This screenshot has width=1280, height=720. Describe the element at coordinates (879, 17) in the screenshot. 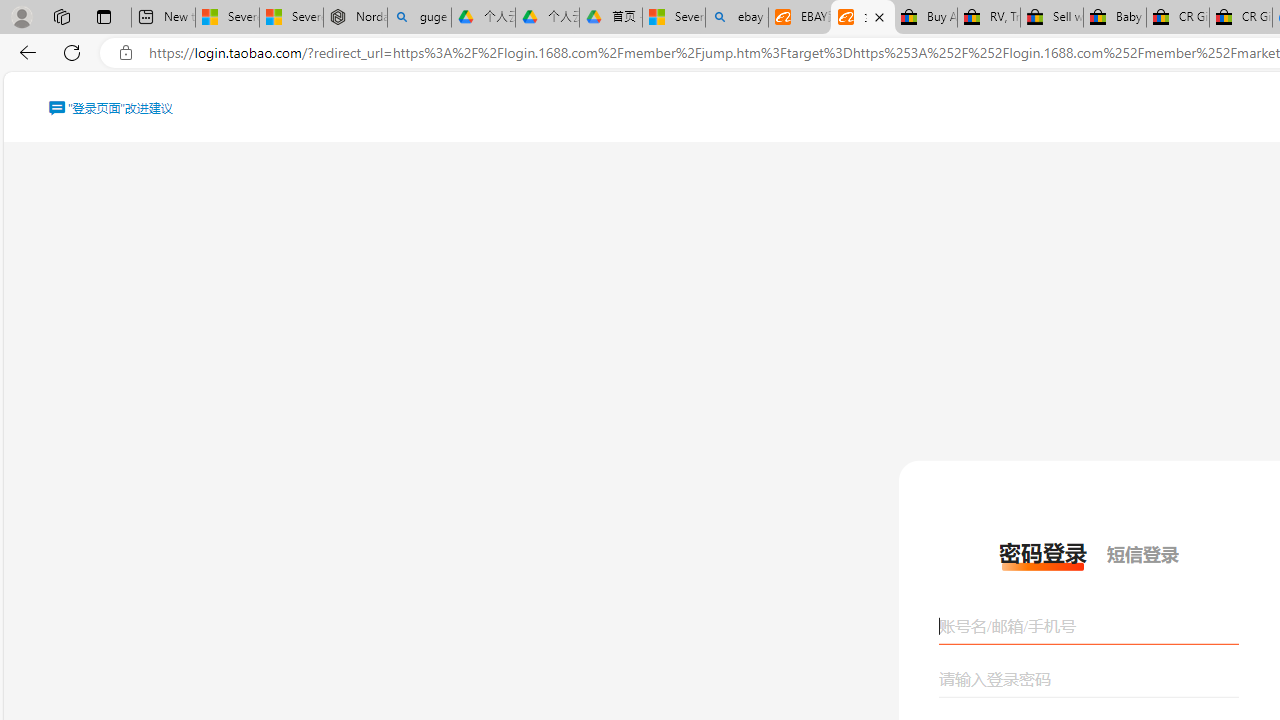

I see `'Close tab'` at that location.